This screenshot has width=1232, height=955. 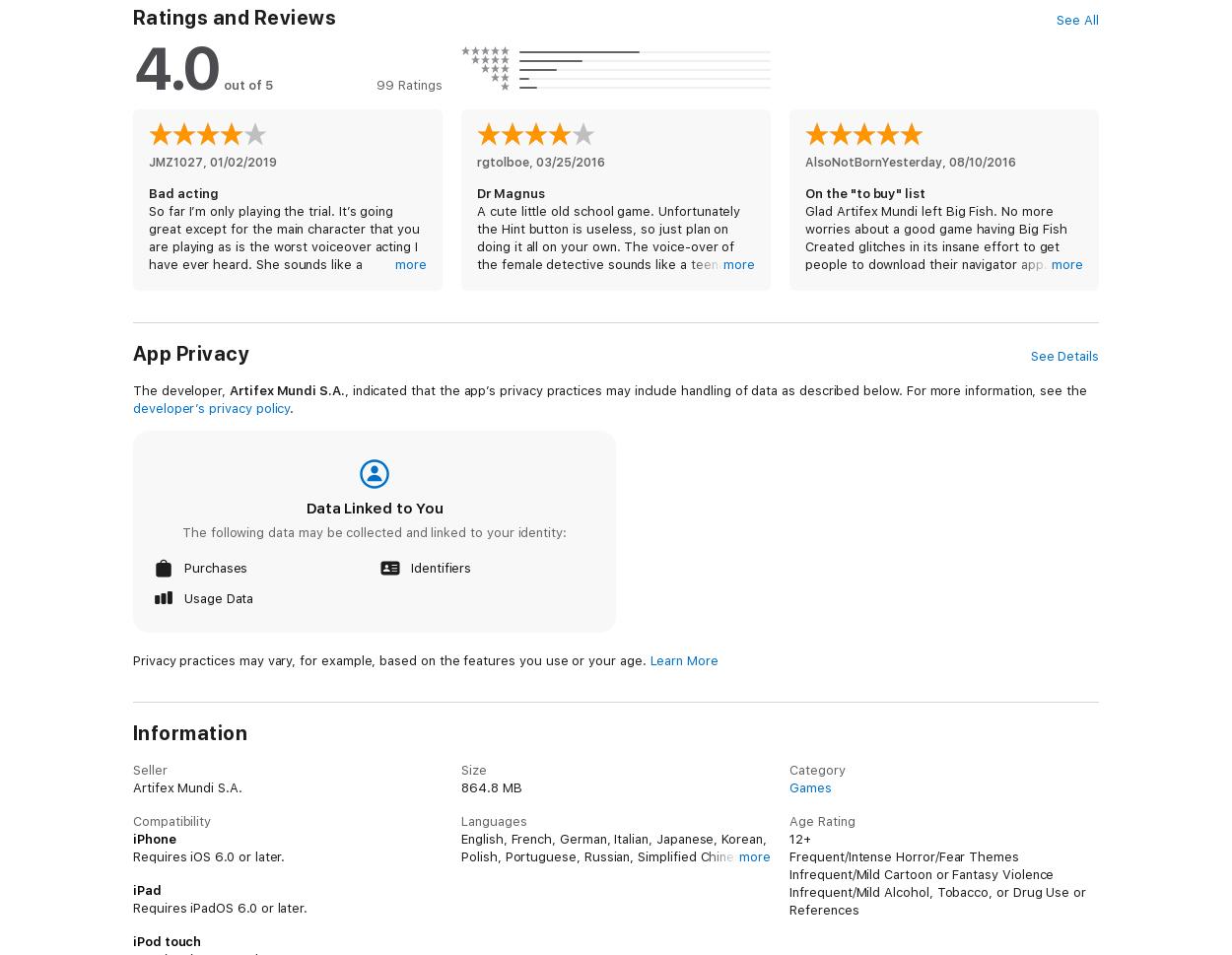 I want to click on 'Queen's Quest 2: Stories of Forgotten Past', so click(x=264, y=242).